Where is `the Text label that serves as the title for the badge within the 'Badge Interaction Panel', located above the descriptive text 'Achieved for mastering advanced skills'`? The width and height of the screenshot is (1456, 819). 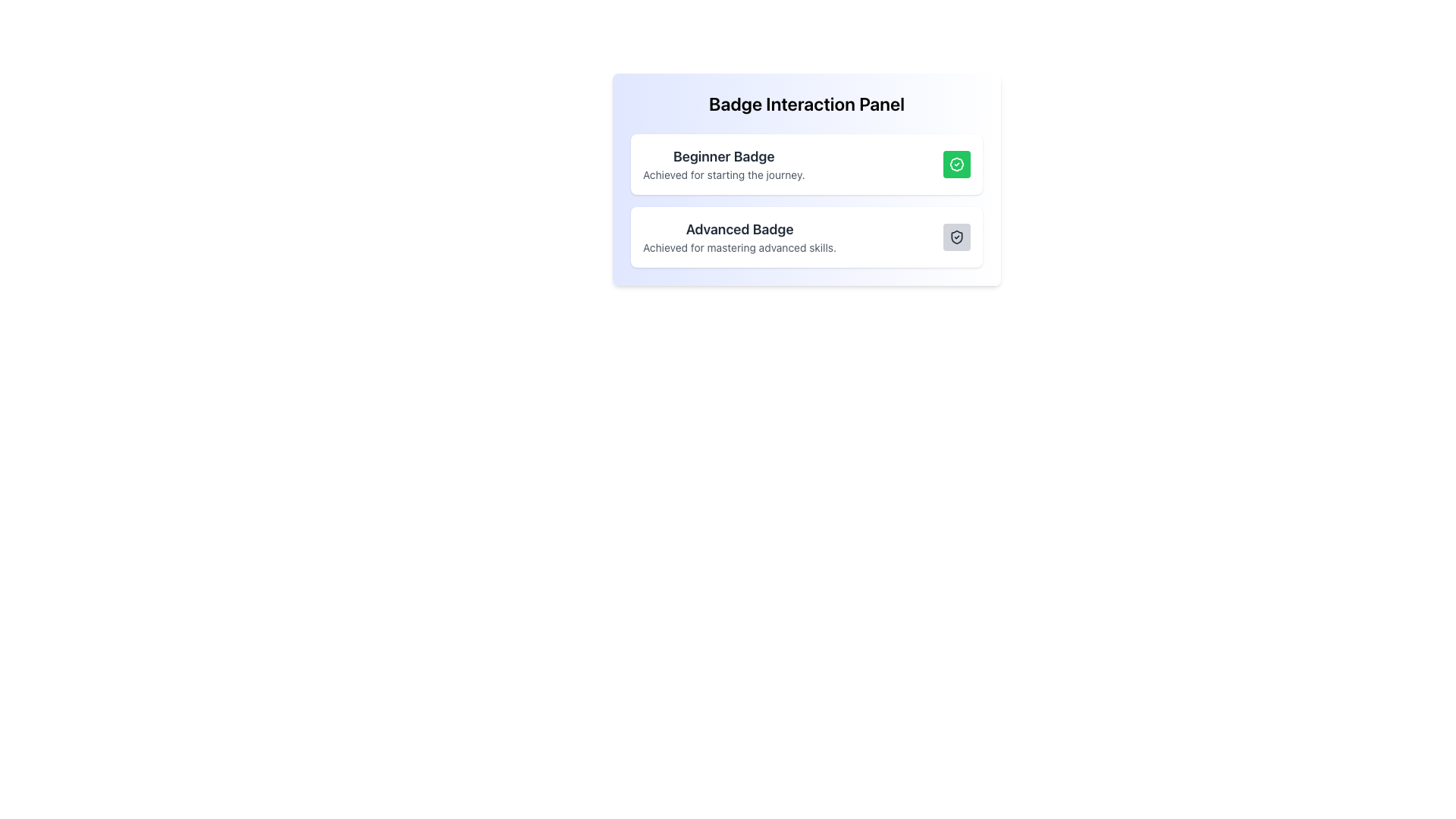
the Text label that serves as the title for the badge within the 'Badge Interaction Panel', located above the descriptive text 'Achieved for mastering advanced skills' is located at coordinates (739, 230).